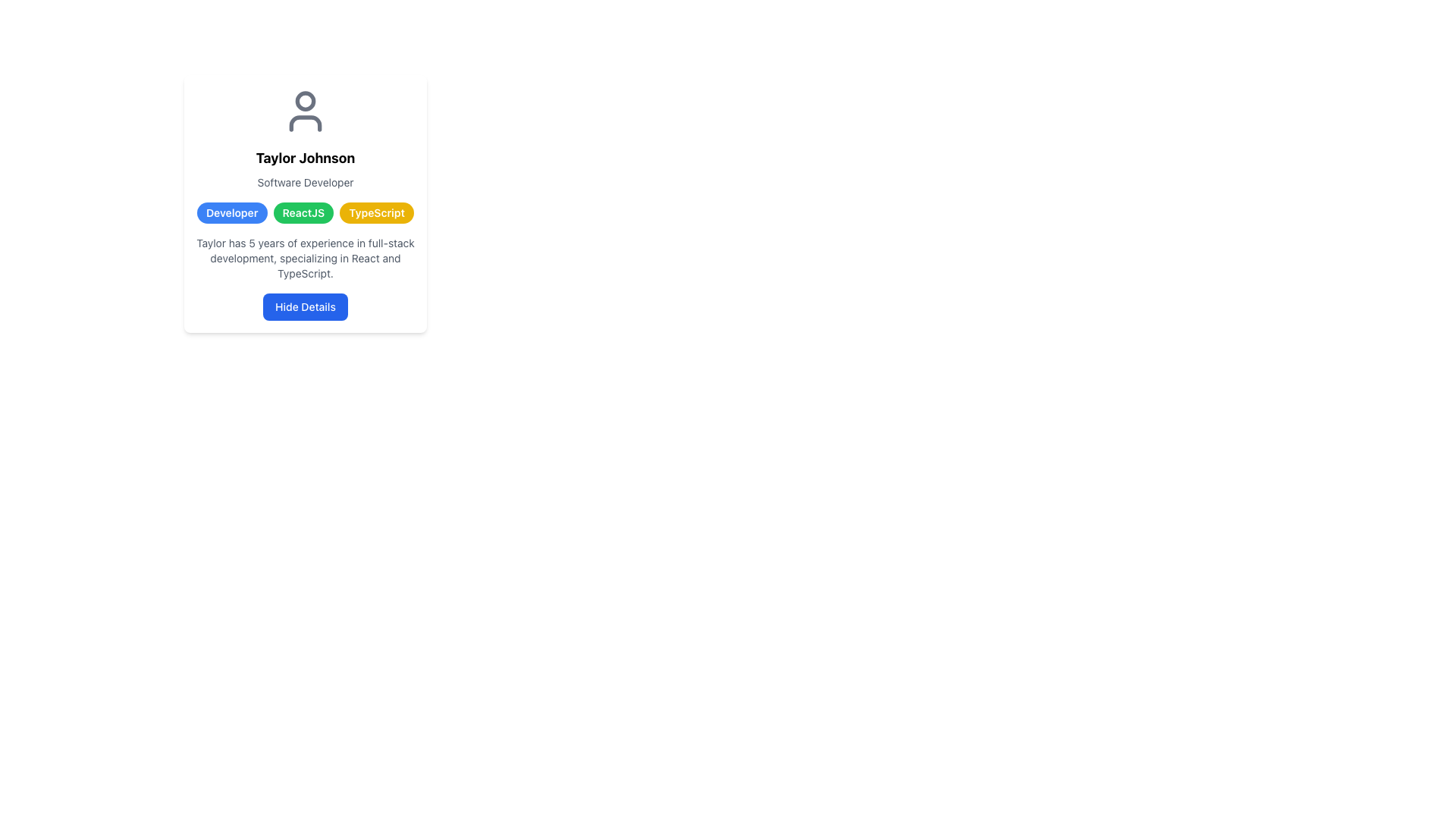  I want to click on the button at the bottom of the card that toggles the visibility of additional information about 'Taylor has 5 years of experience...' to hide the details, so click(305, 307).